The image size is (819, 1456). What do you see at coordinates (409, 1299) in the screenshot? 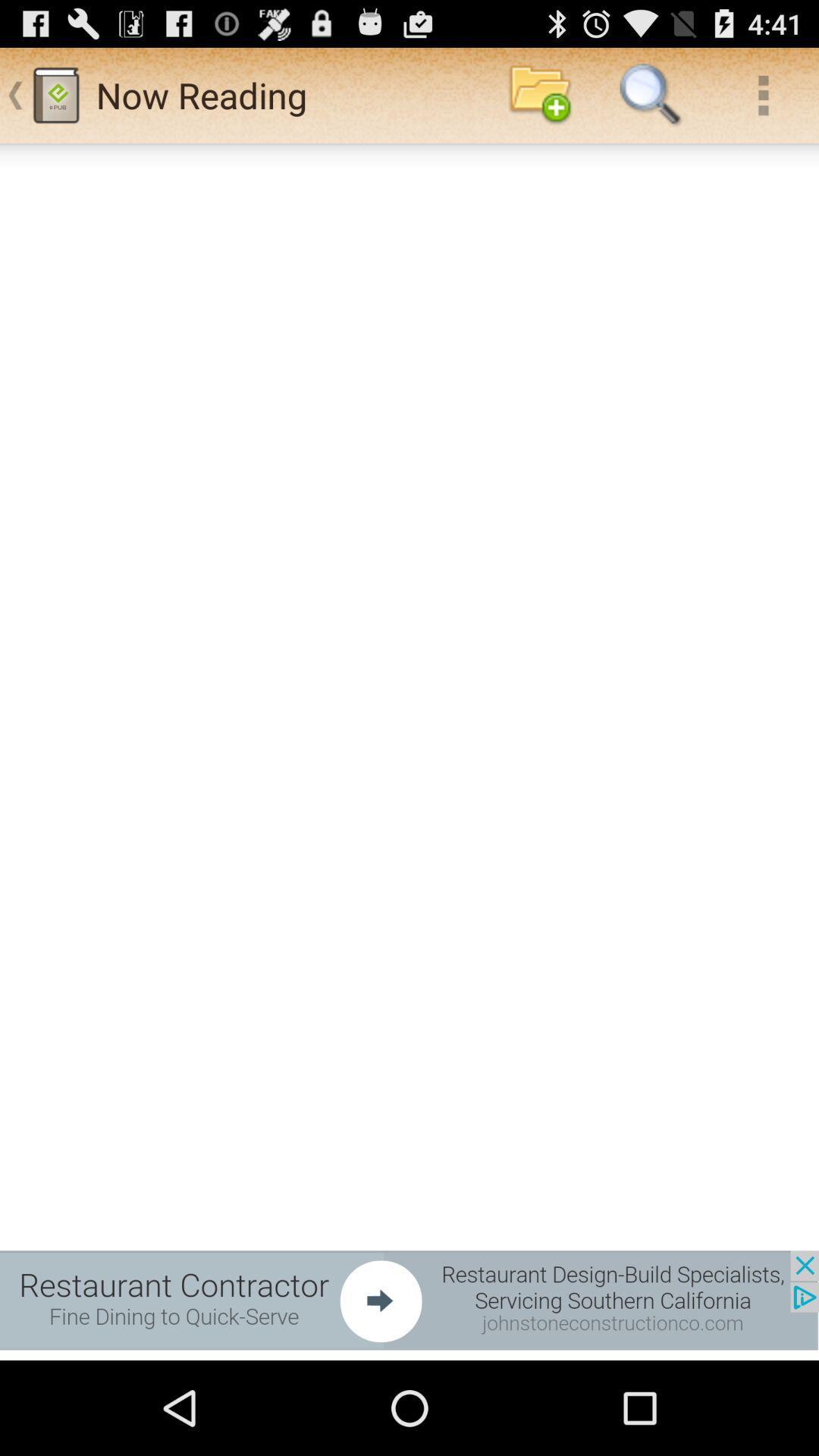
I see `banner` at bounding box center [409, 1299].